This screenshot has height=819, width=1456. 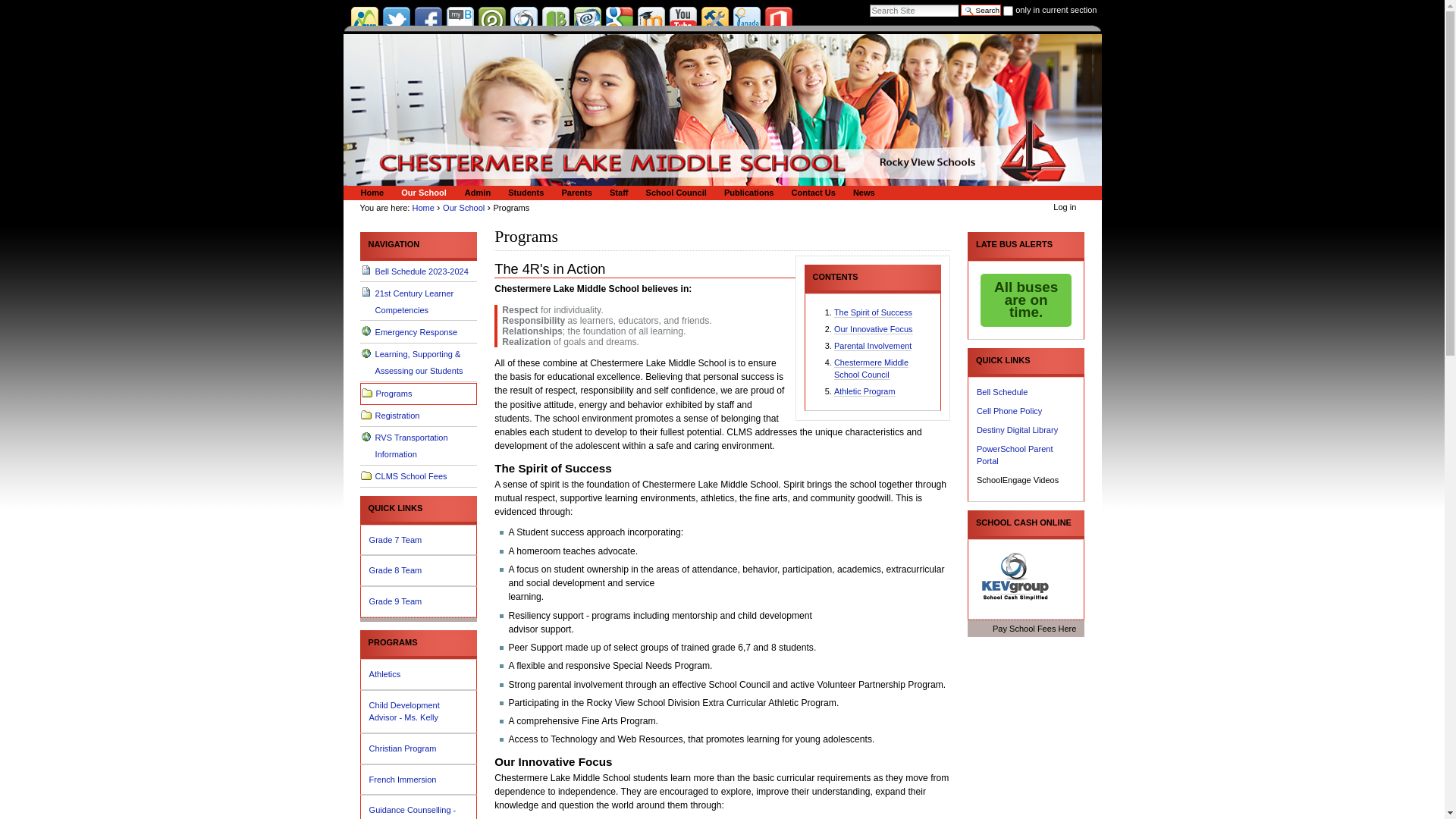 I want to click on 'Publications', so click(x=746, y=192).